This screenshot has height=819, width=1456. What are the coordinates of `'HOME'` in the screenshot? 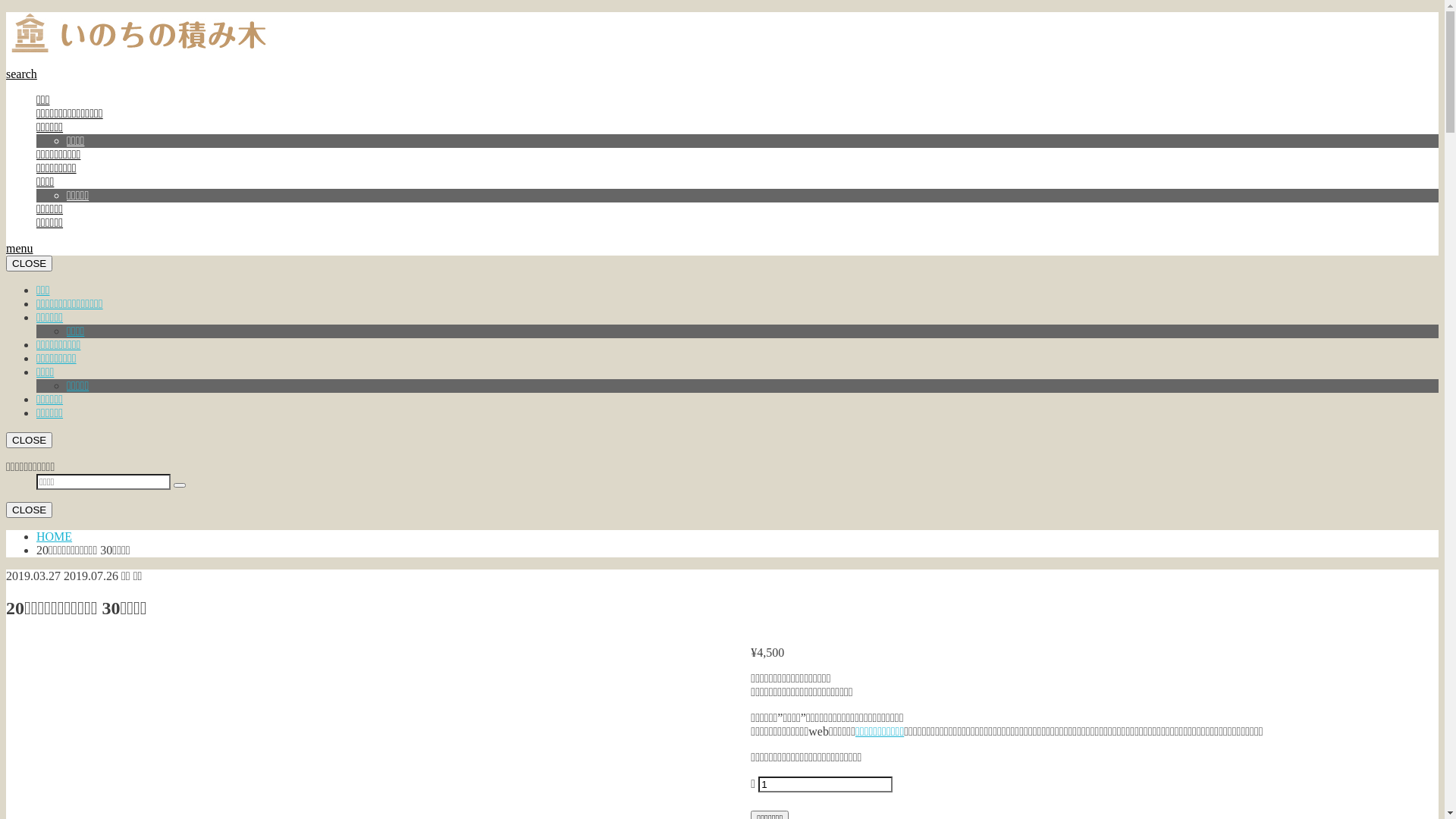 It's located at (54, 535).